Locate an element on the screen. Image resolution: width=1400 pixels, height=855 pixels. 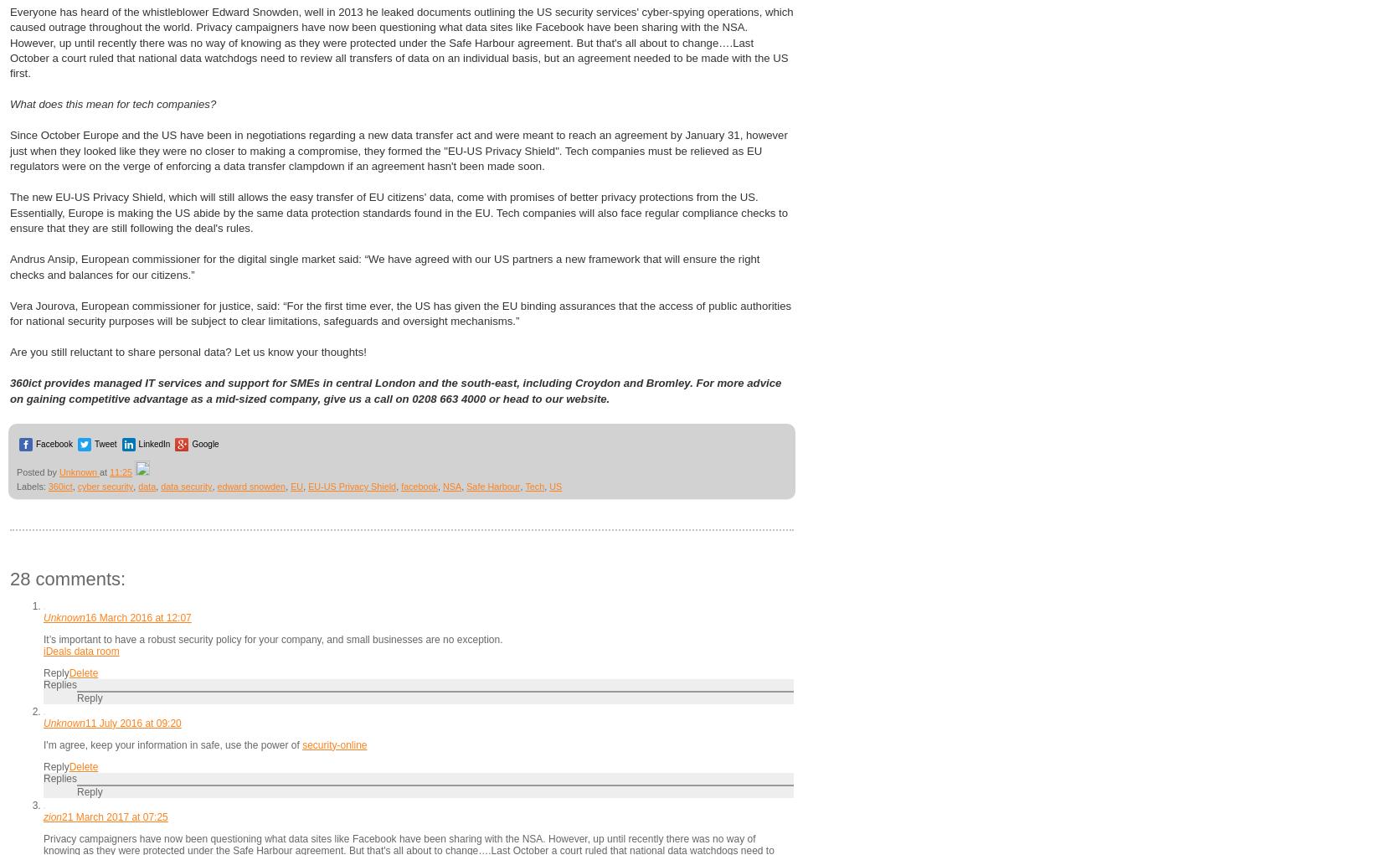
'Andrus Ansip, European commissioner for the digital single market said: “We have agreed with our US partners a new framework that will ensure the right checks and balances for our citizens.”' is located at coordinates (10, 265).